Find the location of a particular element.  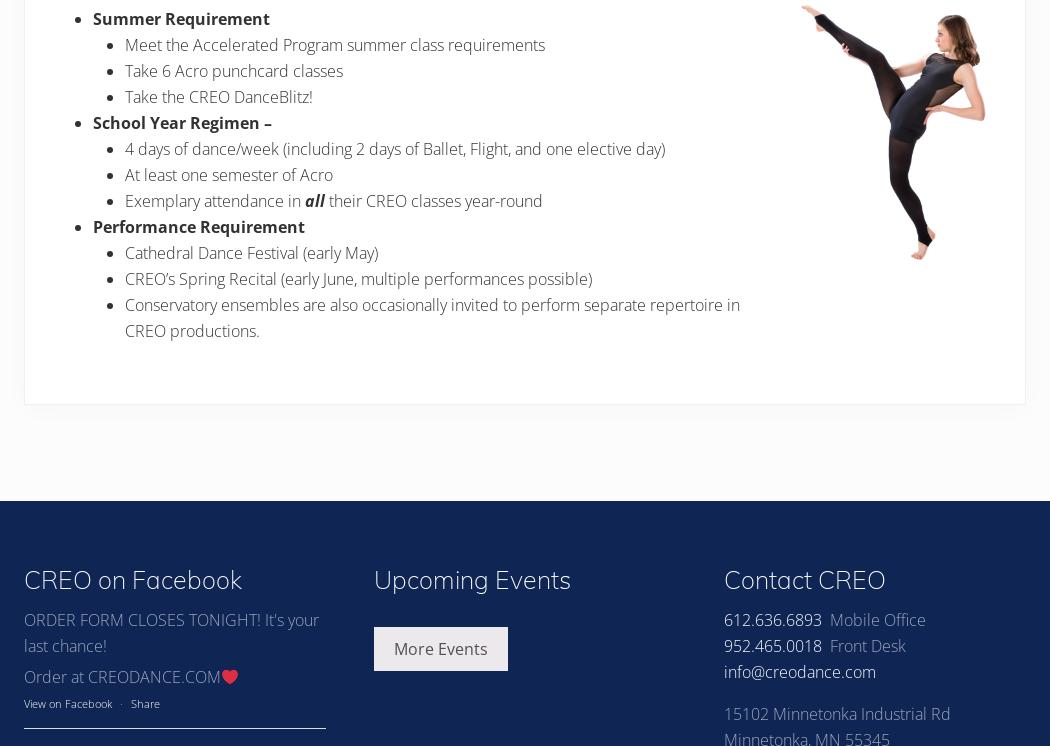

'all' is located at coordinates (315, 199).